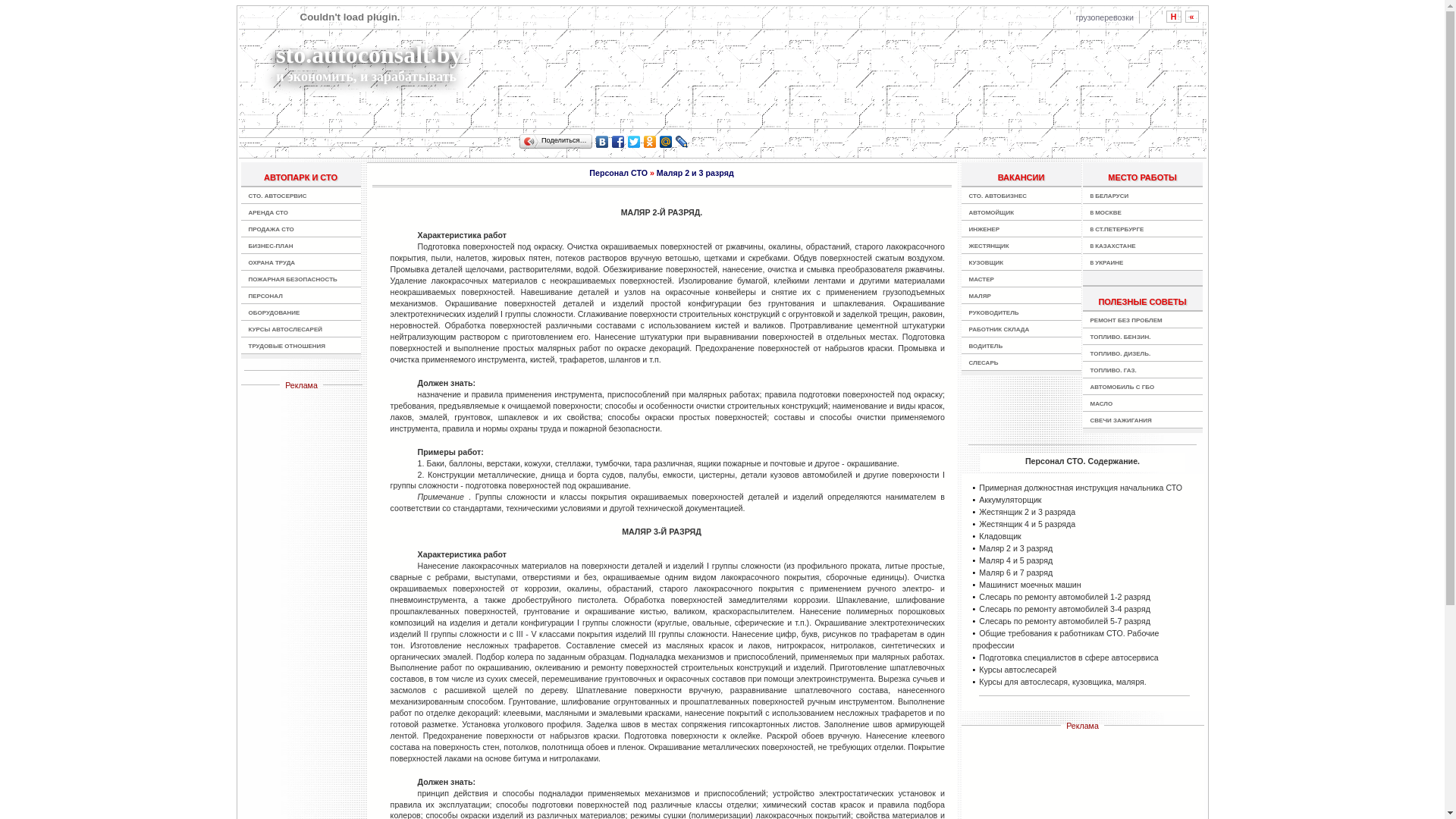 The image size is (1456, 819). I want to click on 'Advertisement', so click(803, 66).